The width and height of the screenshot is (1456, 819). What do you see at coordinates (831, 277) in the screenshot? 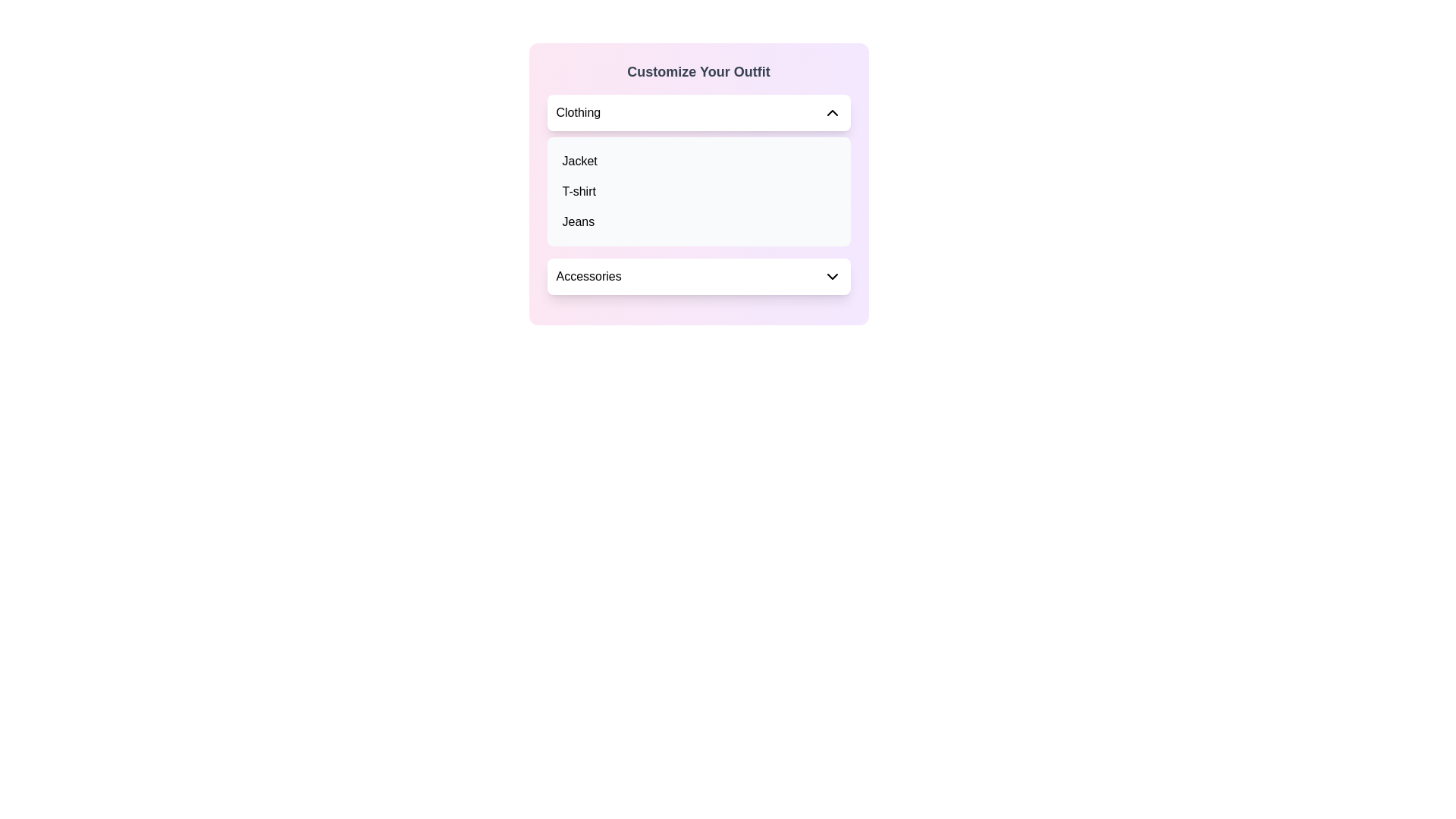
I see `the chevron-down SVG icon located on the right side of the 'Accessories' section` at bounding box center [831, 277].